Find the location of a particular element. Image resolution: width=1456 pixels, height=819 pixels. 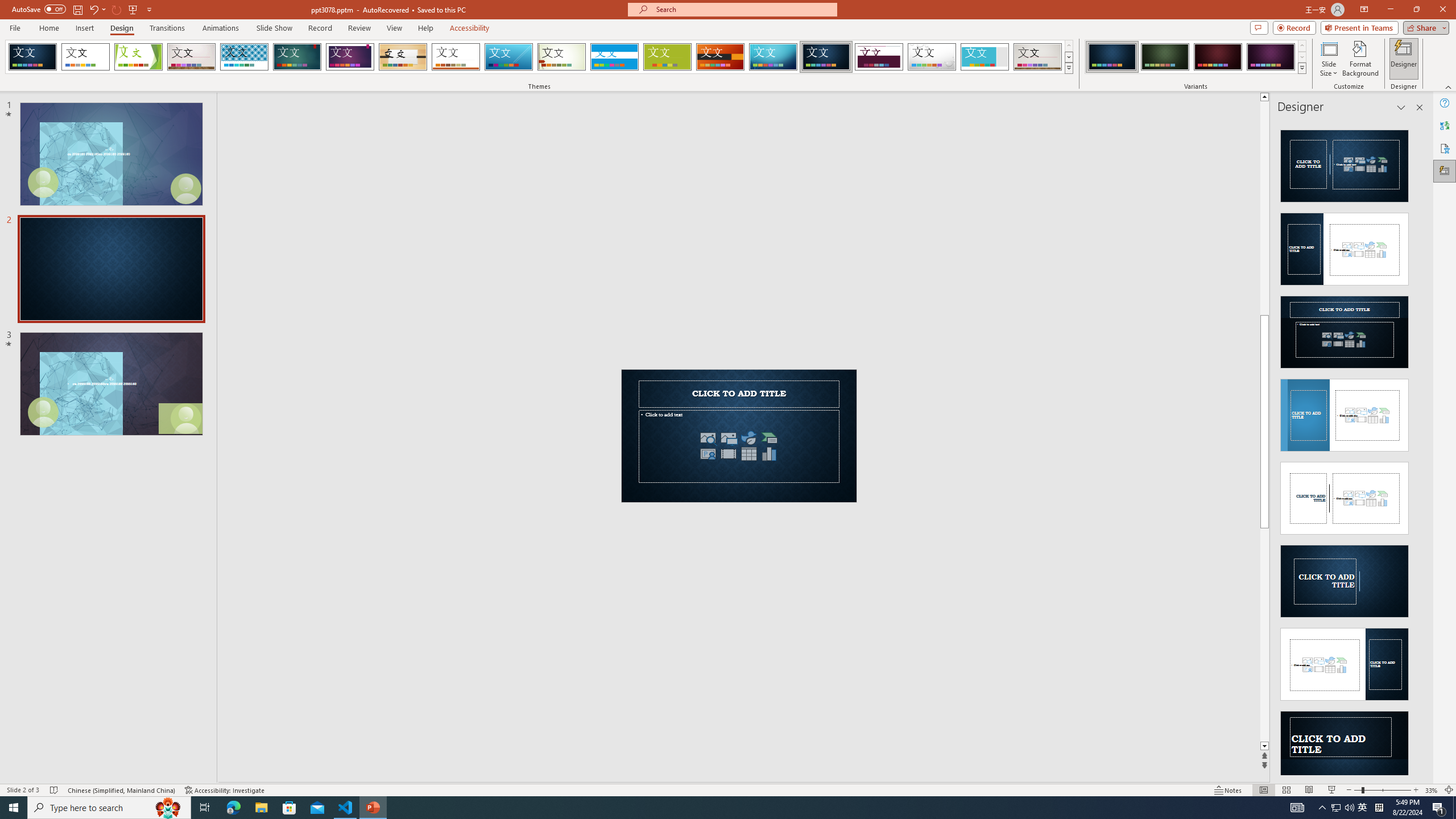

'Insert Chart' is located at coordinates (769, 453).